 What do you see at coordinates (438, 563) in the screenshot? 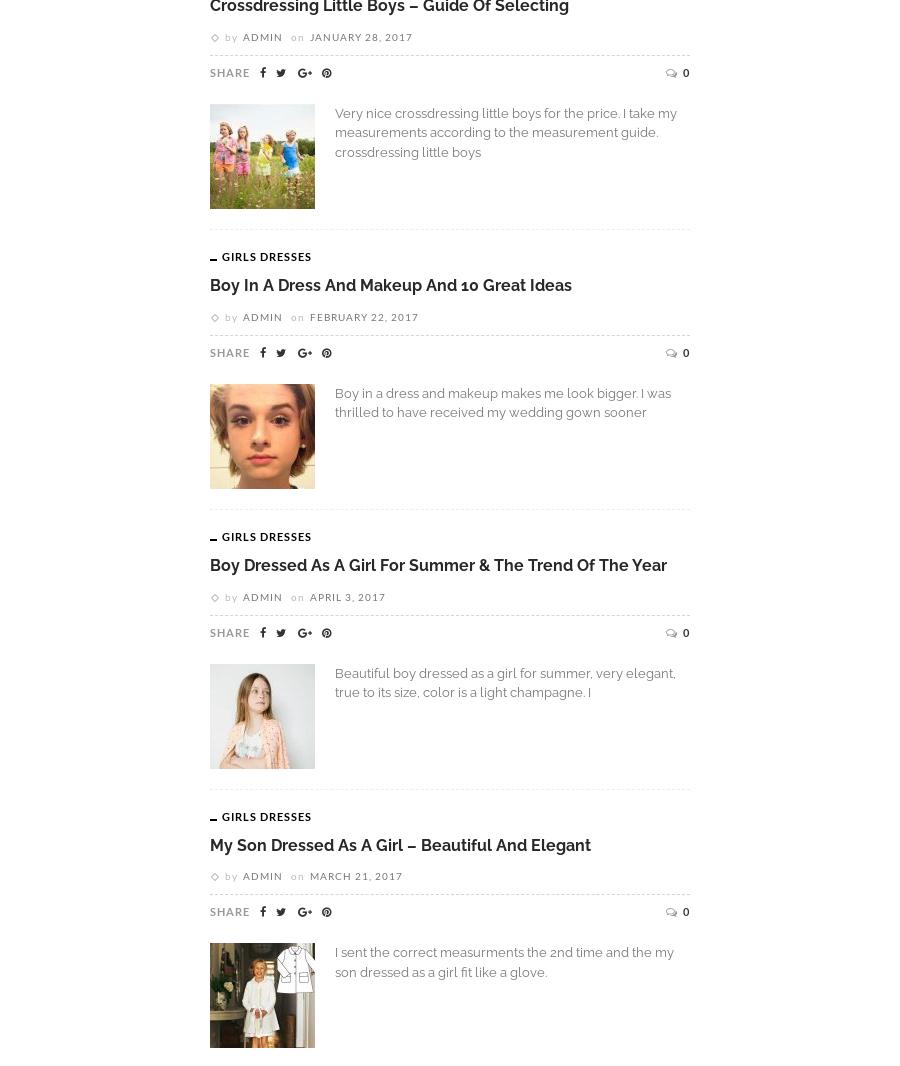
I see `'Boy Dressed As A Girl For Summer & The Trend Of The Year'` at bounding box center [438, 563].